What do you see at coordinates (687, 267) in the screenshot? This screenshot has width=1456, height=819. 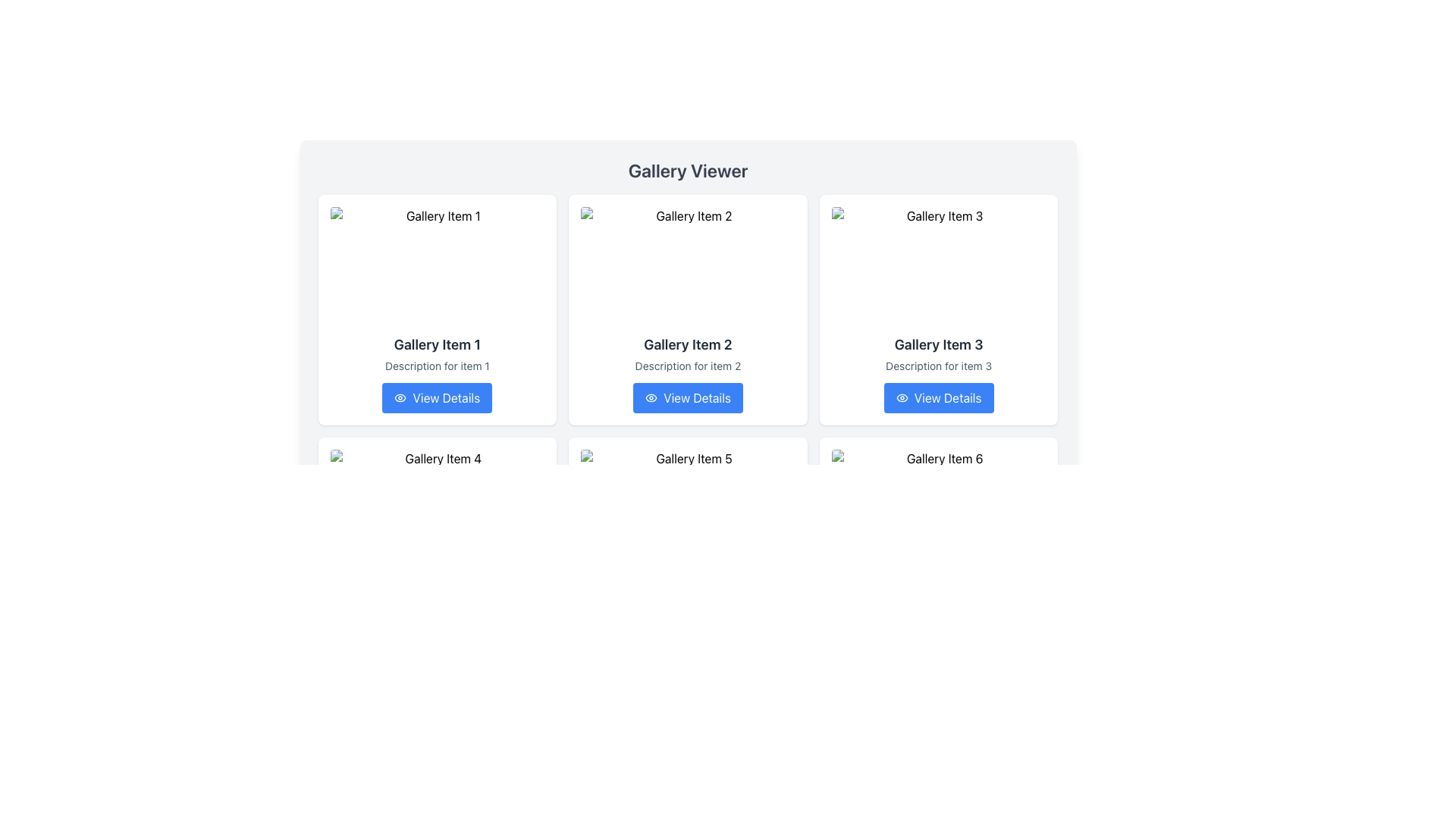 I see `'Gallery Item 2'` at bounding box center [687, 267].